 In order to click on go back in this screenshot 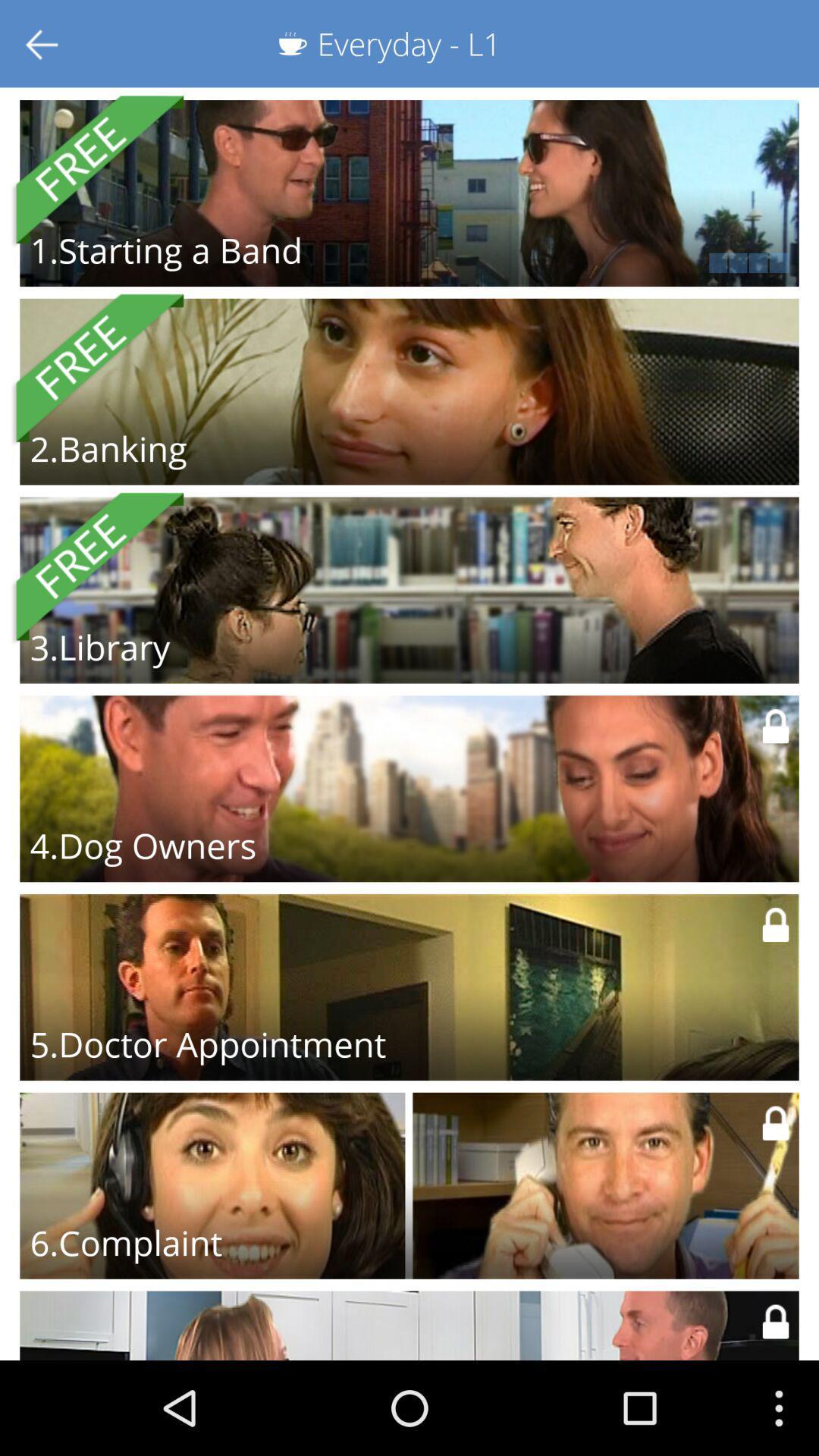, I will do `click(42, 43)`.